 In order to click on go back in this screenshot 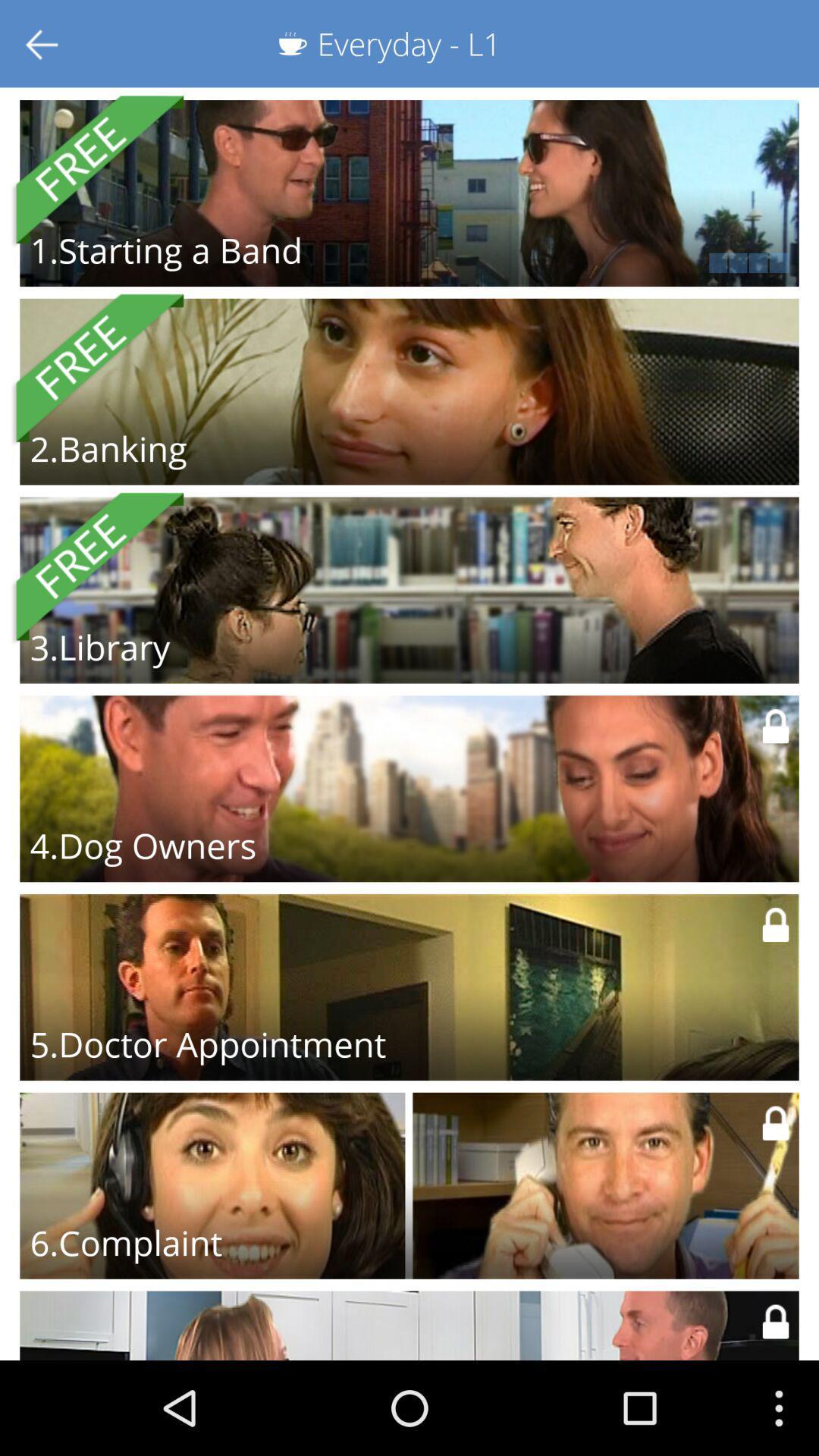, I will do `click(42, 43)`.